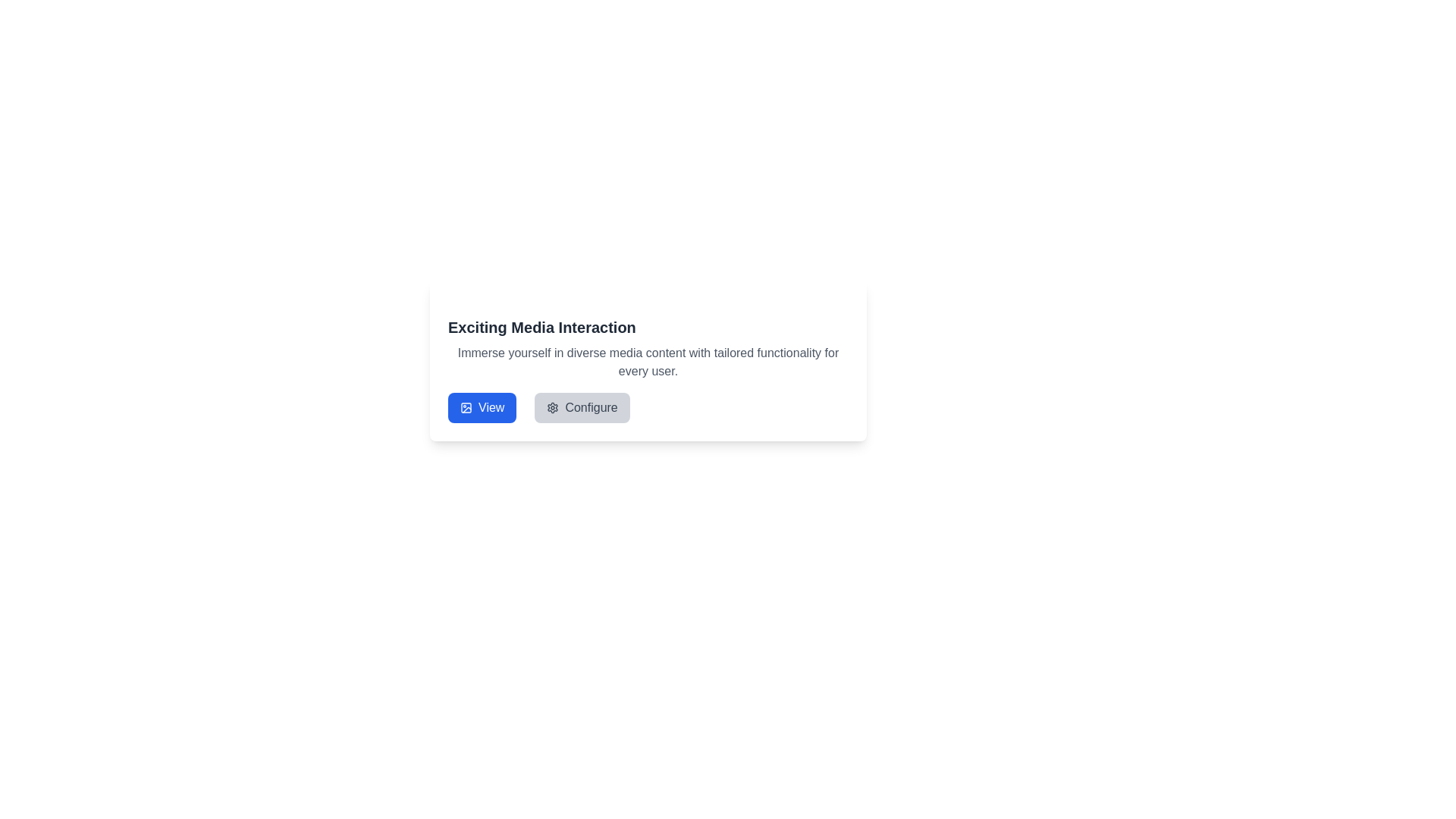  What do you see at coordinates (465, 406) in the screenshot?
I see `the SVG icon that visually enhances the 'View' button located at the bottom-left corner of the card, positioned left to the 'View' label text` at bounding box center [465, 406].